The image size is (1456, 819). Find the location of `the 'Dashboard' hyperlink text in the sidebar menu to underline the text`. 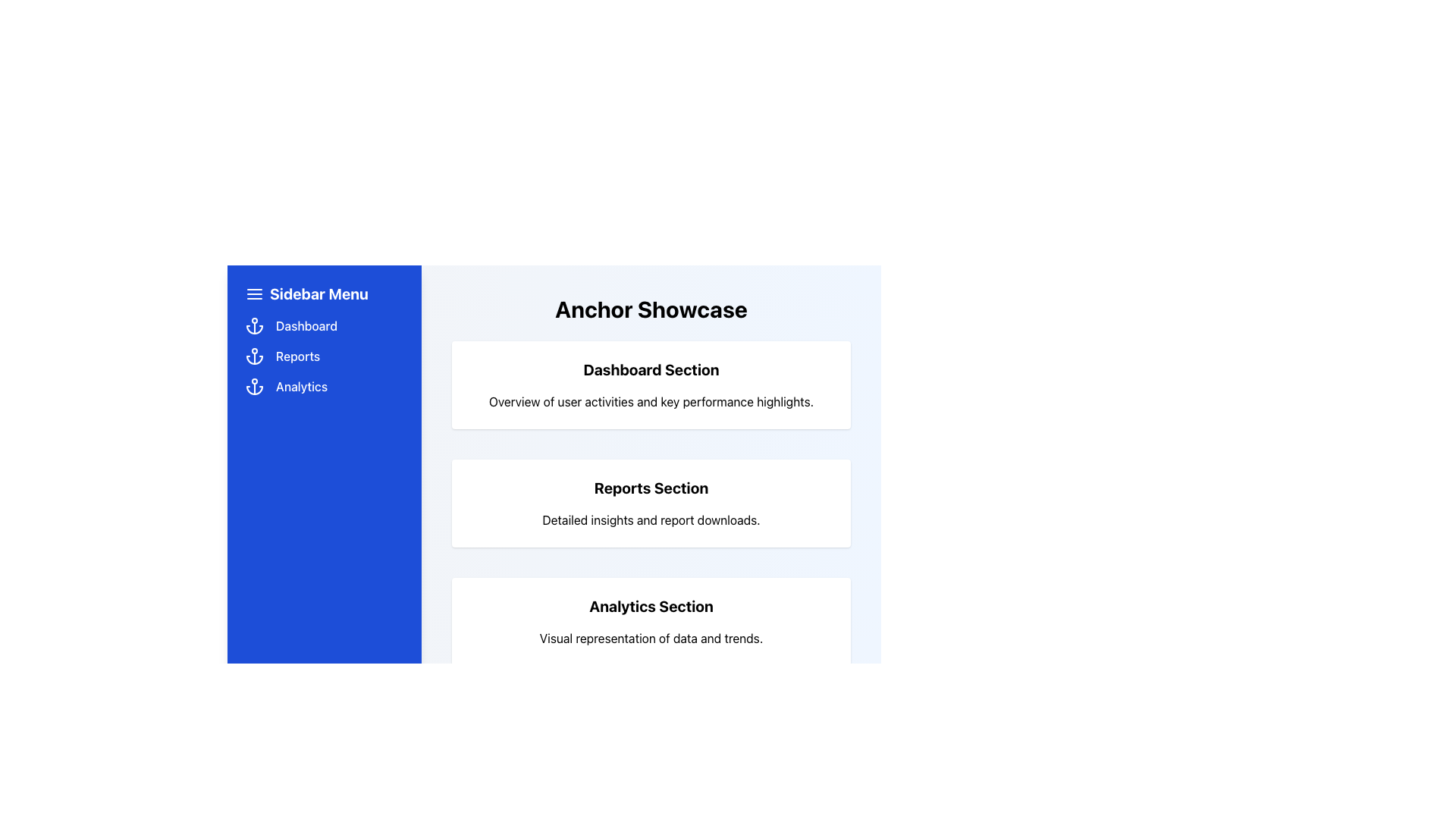

the 'Dashboard' hyperlink text in the sidebar menu to underline the text is located at coordinates (306, 325).